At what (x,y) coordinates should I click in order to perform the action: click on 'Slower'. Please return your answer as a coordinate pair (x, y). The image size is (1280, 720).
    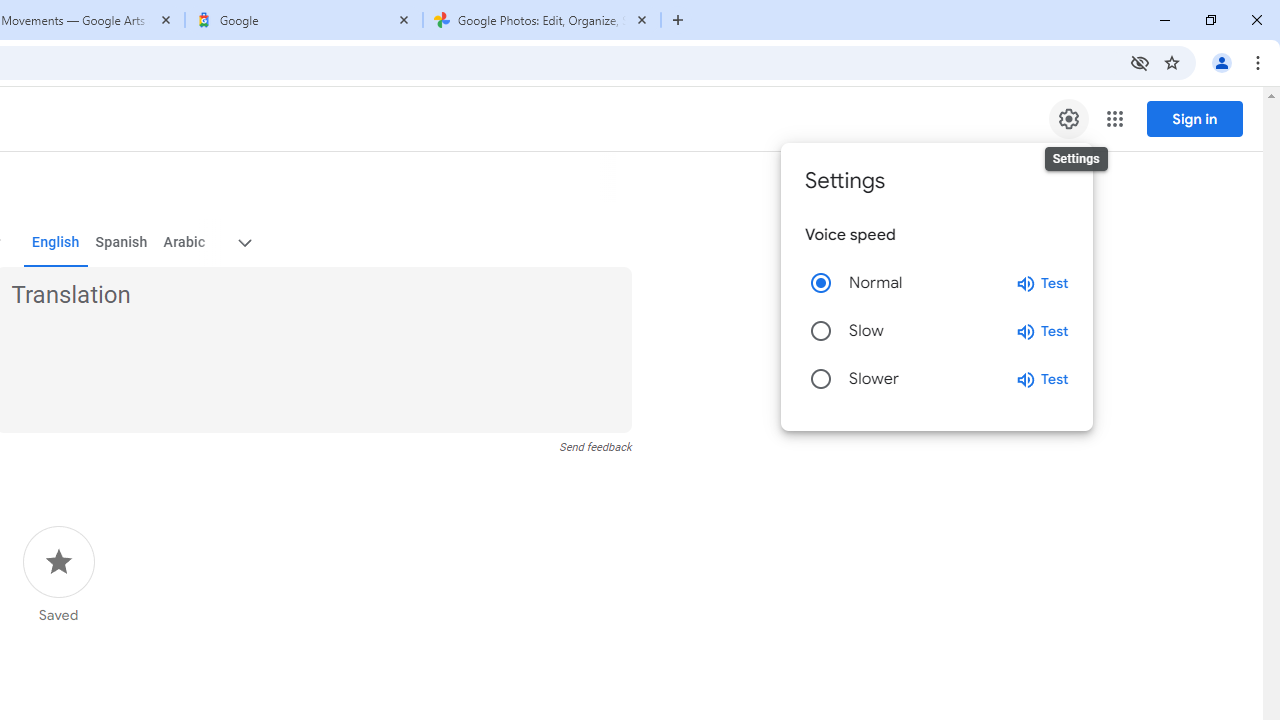
    Looking at the image, I should click on (821, 379).